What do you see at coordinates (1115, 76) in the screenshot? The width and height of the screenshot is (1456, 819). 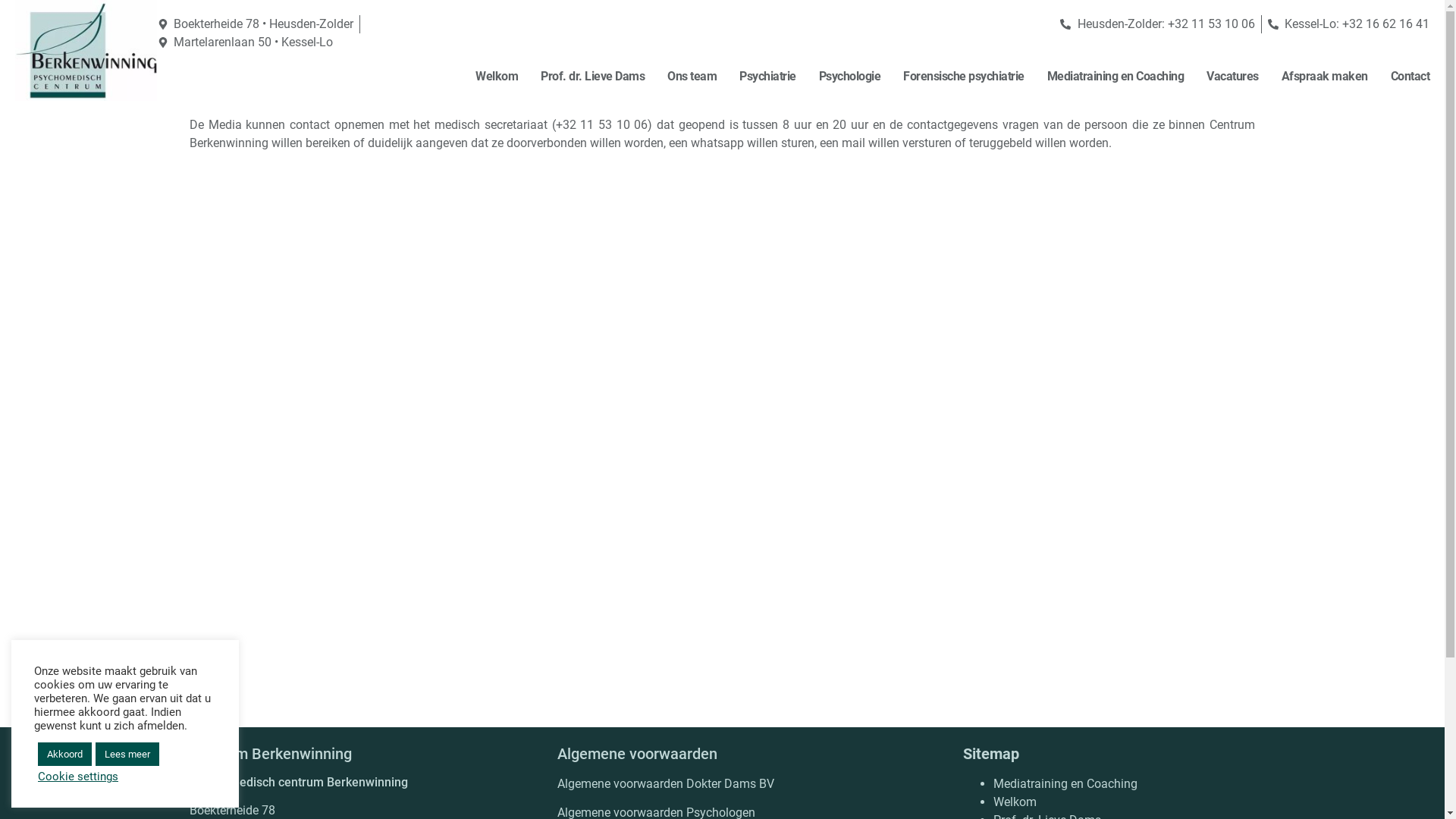 I see `'Mediatraining en Coaching'` at bounding box center [1115, 76].